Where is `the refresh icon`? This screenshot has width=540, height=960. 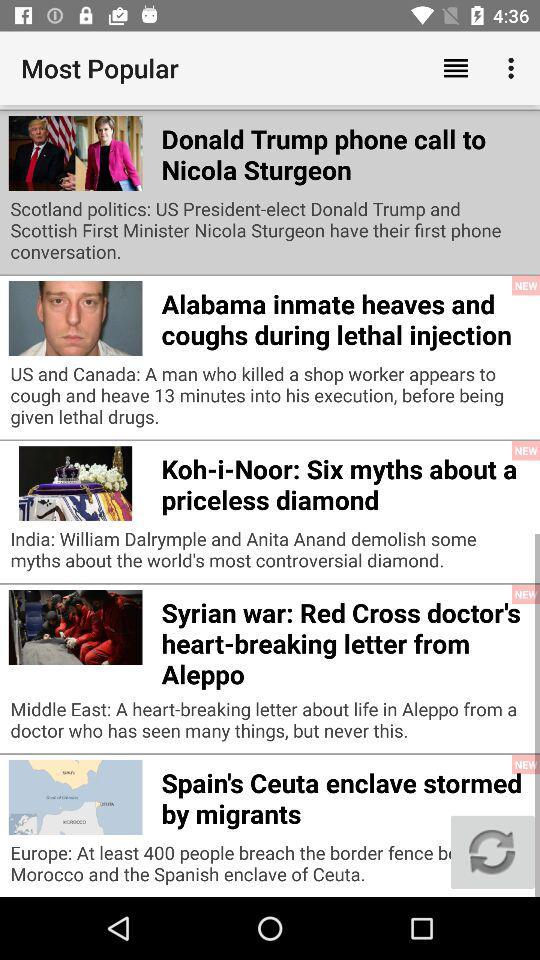
the refresh icon is located at coordinates (491, 851).